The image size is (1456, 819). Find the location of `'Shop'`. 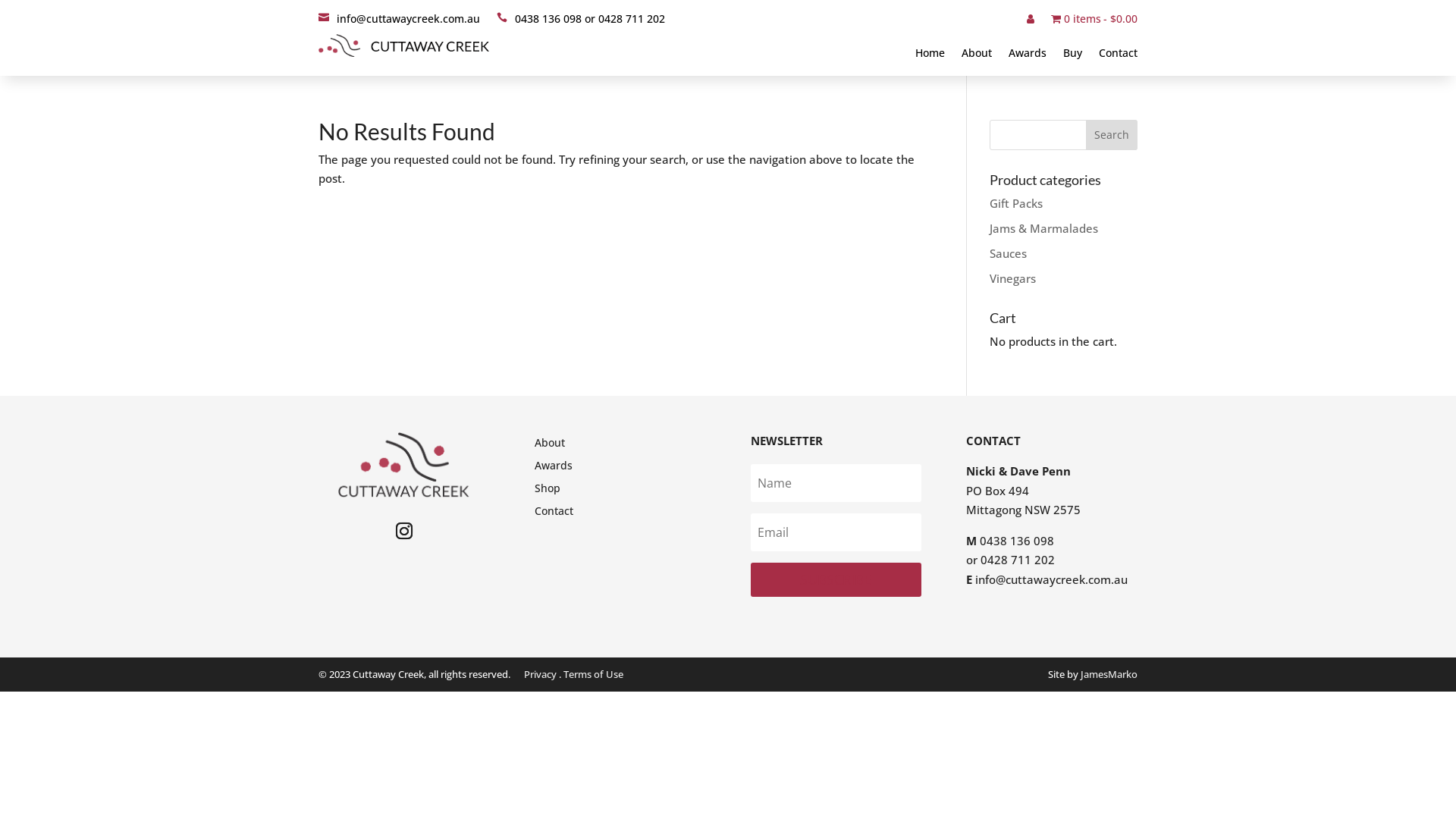

'Shop' is located at coordinates (546, 491).